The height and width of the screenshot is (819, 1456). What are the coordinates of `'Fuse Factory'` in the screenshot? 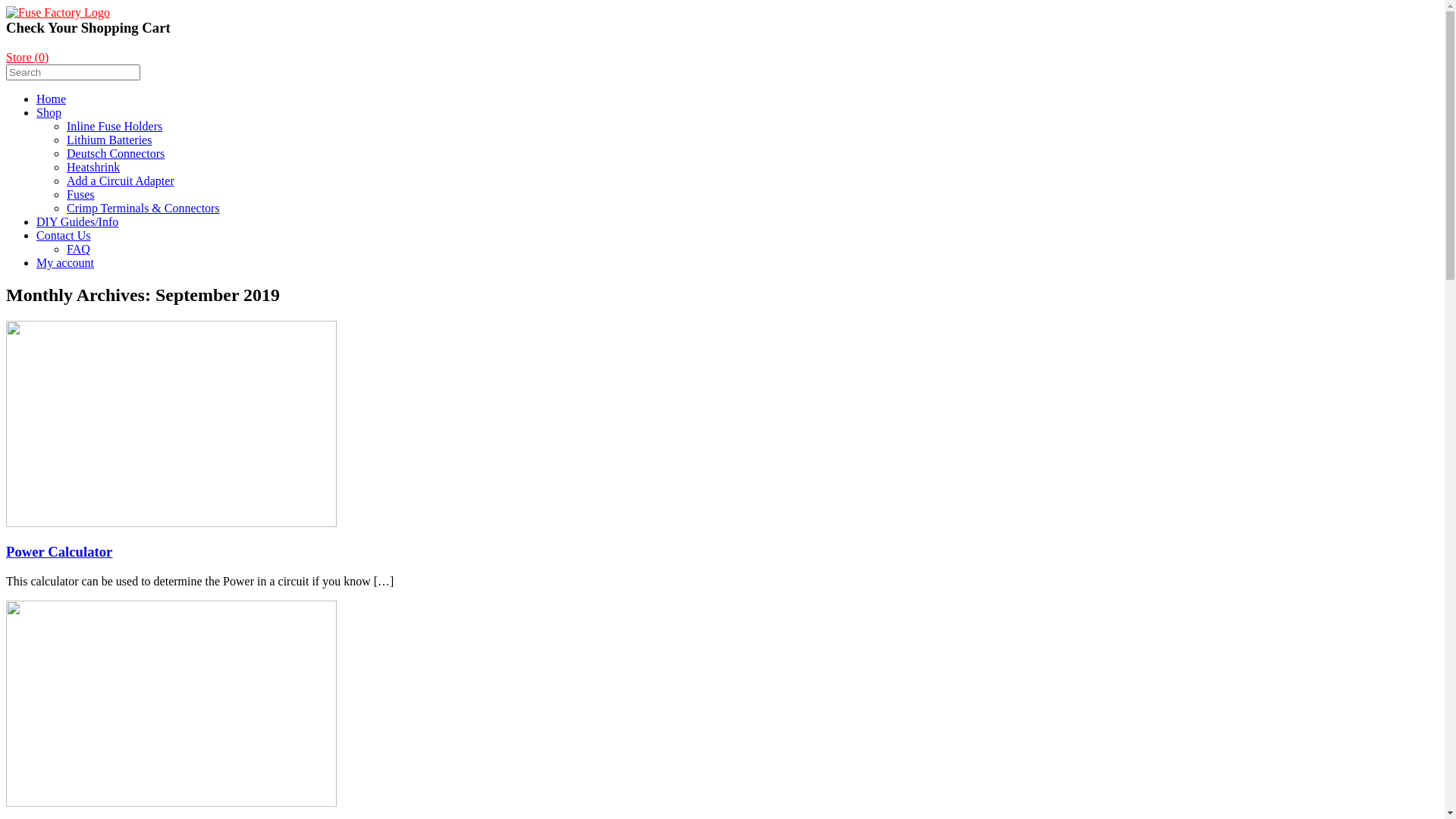 It's located at (58, 12).